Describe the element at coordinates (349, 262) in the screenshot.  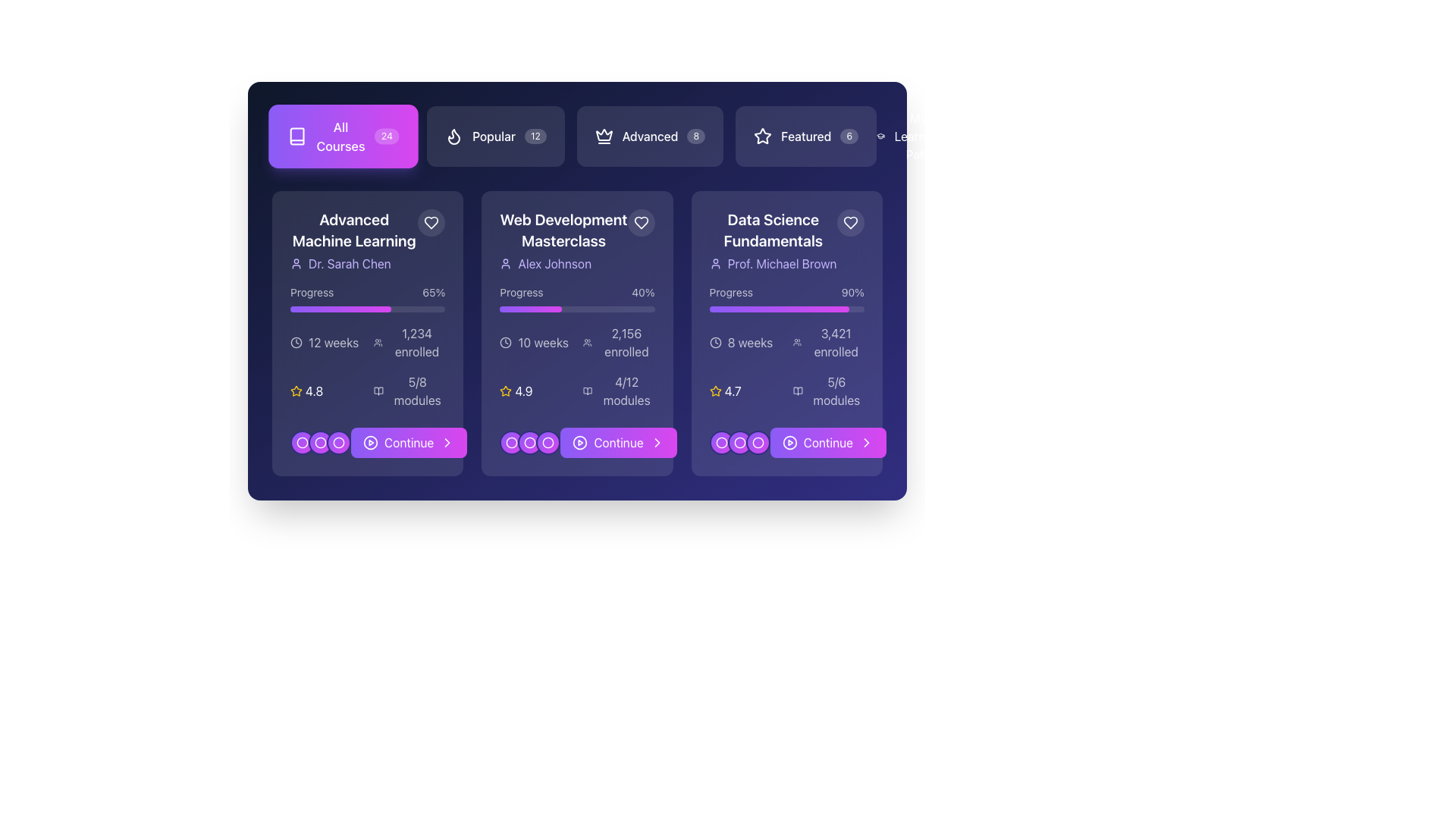
I see `text label 'Dr. Sarah Chen' which is styled in light violet color and positioned within a dark blue card interface, located in the upper-left section of the first card below the title 'Advanced Machine Learning'` at that location.